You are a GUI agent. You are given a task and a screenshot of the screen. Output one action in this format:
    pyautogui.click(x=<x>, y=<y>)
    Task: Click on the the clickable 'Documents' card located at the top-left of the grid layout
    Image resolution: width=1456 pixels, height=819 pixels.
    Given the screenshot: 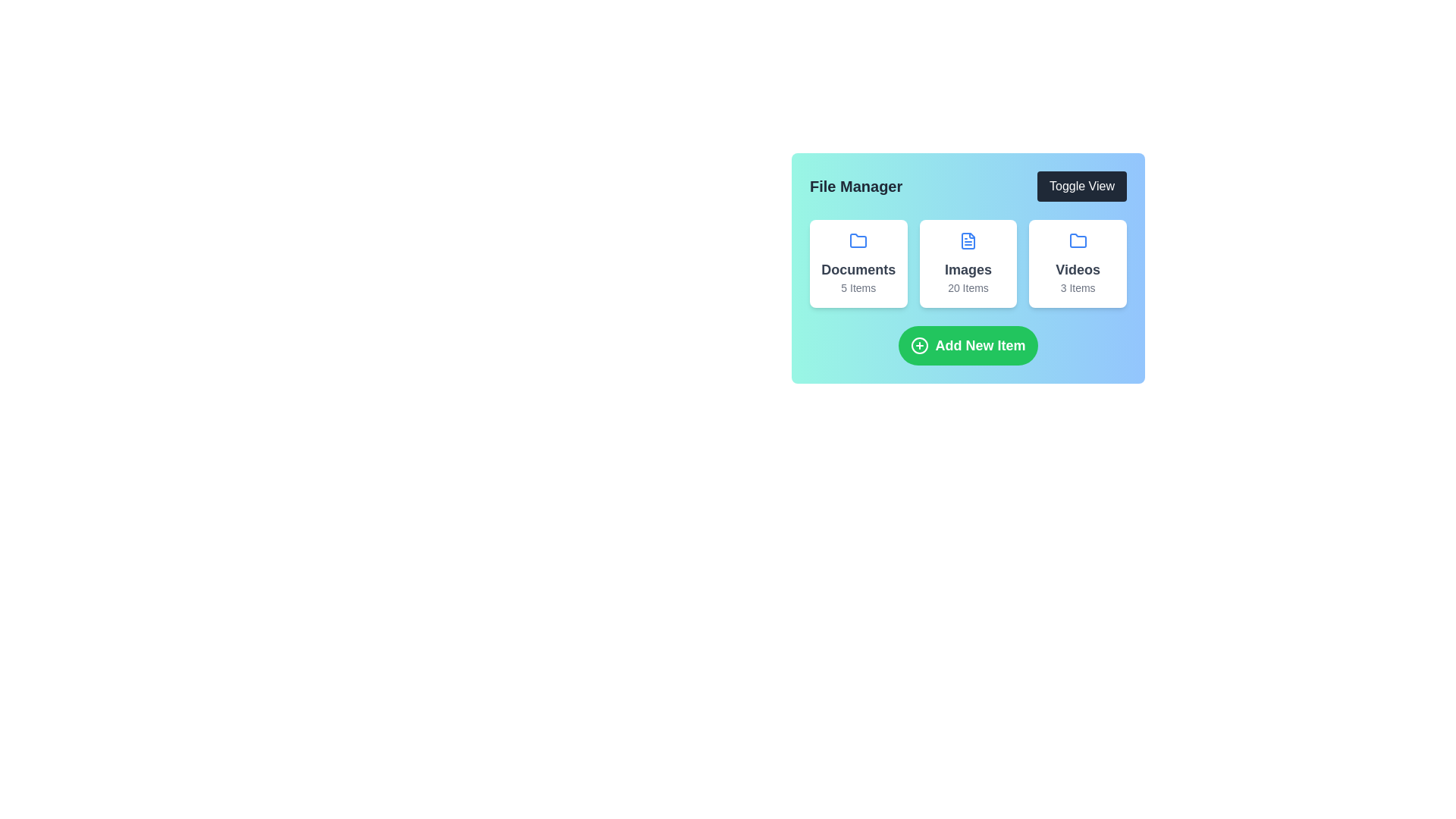 What is the action you would take?
    pyautogui.click(x=858, y=262)
    